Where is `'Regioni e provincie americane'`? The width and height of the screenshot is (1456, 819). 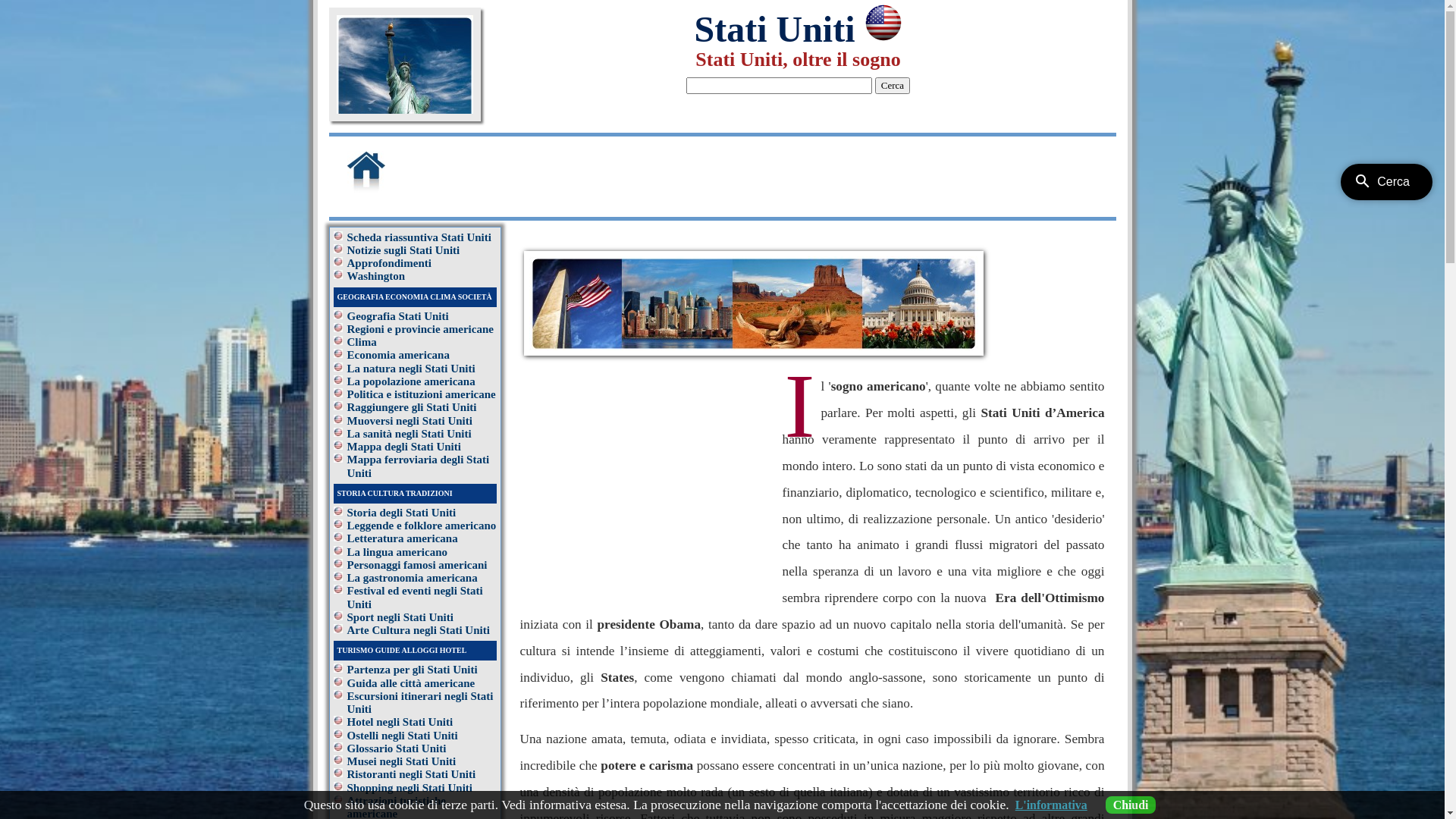 'Regioni e provincie americane' is located at coordinates (346, 328).